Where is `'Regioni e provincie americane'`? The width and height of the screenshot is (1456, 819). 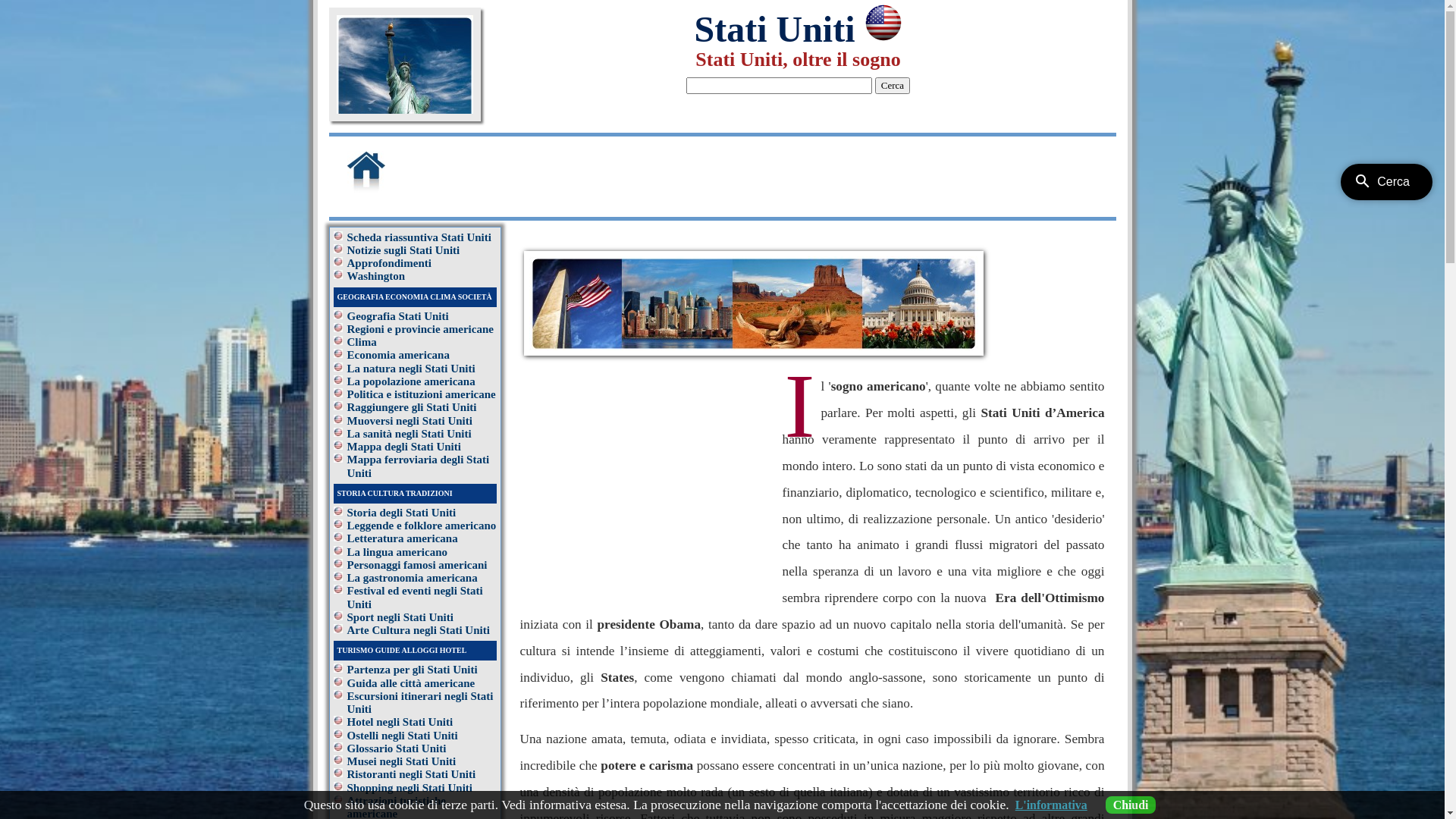 'Regioni e provincie americane' is located at coordinates (346, 328).